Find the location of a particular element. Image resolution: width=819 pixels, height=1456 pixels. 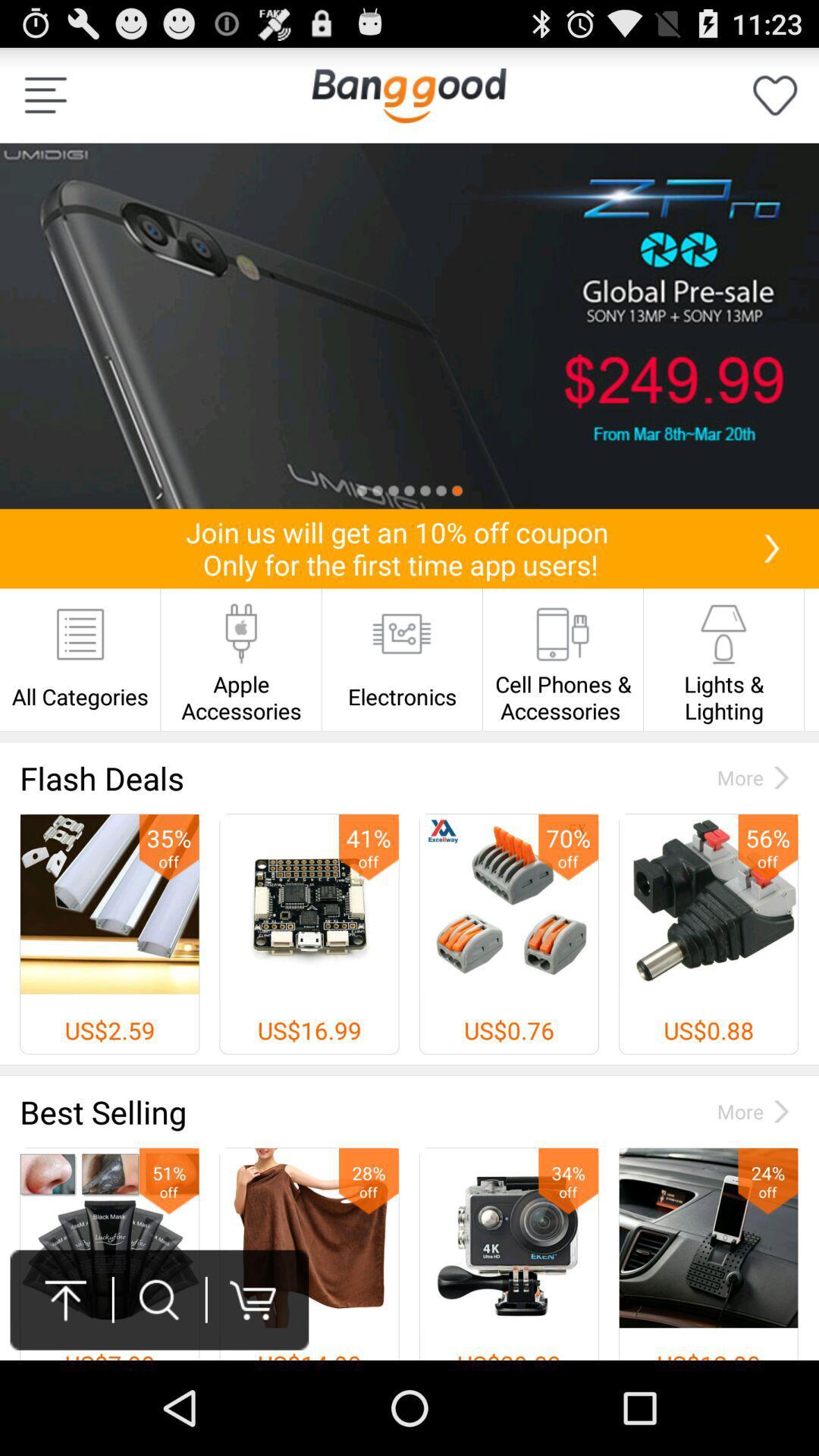

advertisement is located at coordinates (409, 325).